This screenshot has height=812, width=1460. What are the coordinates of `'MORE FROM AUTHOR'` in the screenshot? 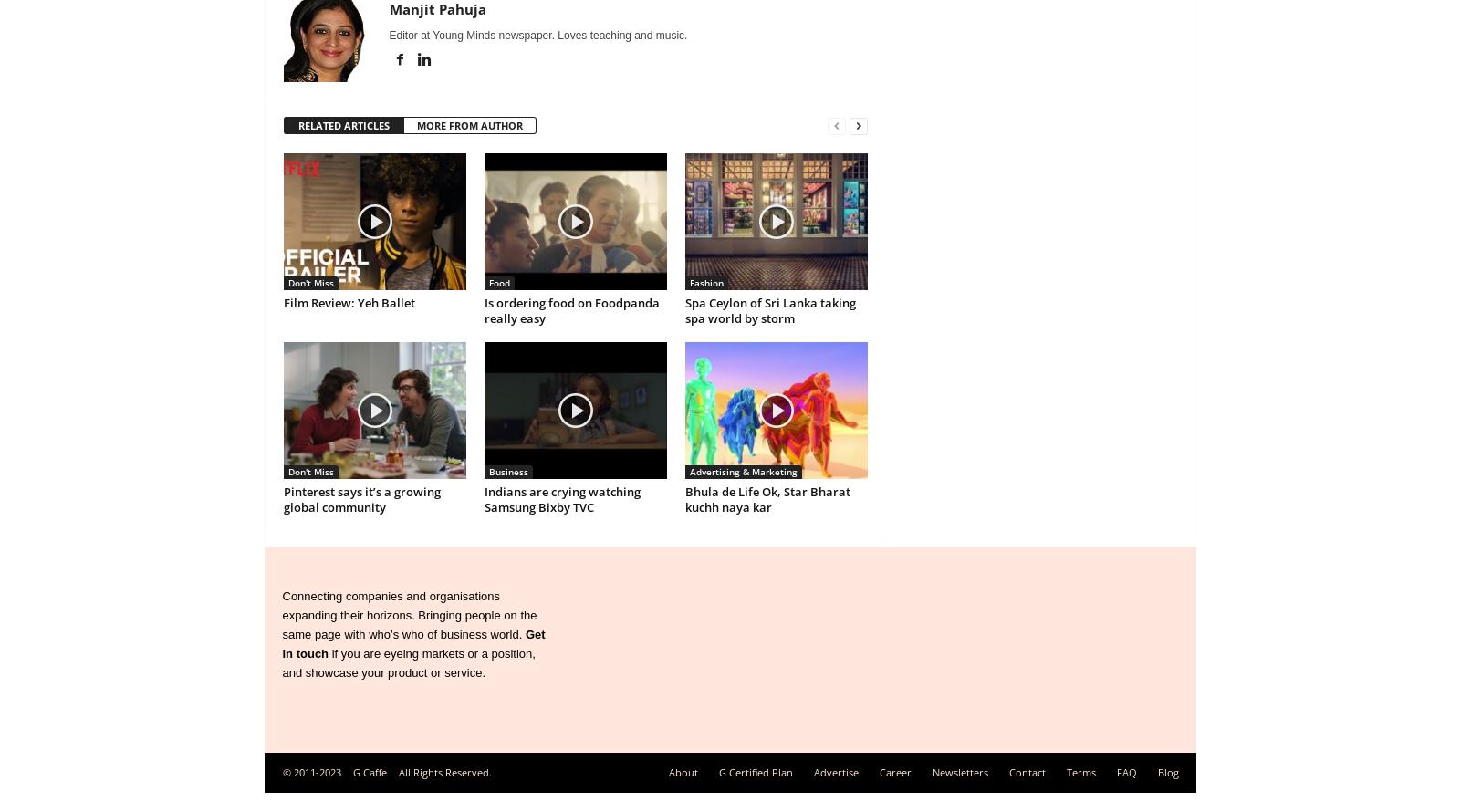 It's located at (467, 124).